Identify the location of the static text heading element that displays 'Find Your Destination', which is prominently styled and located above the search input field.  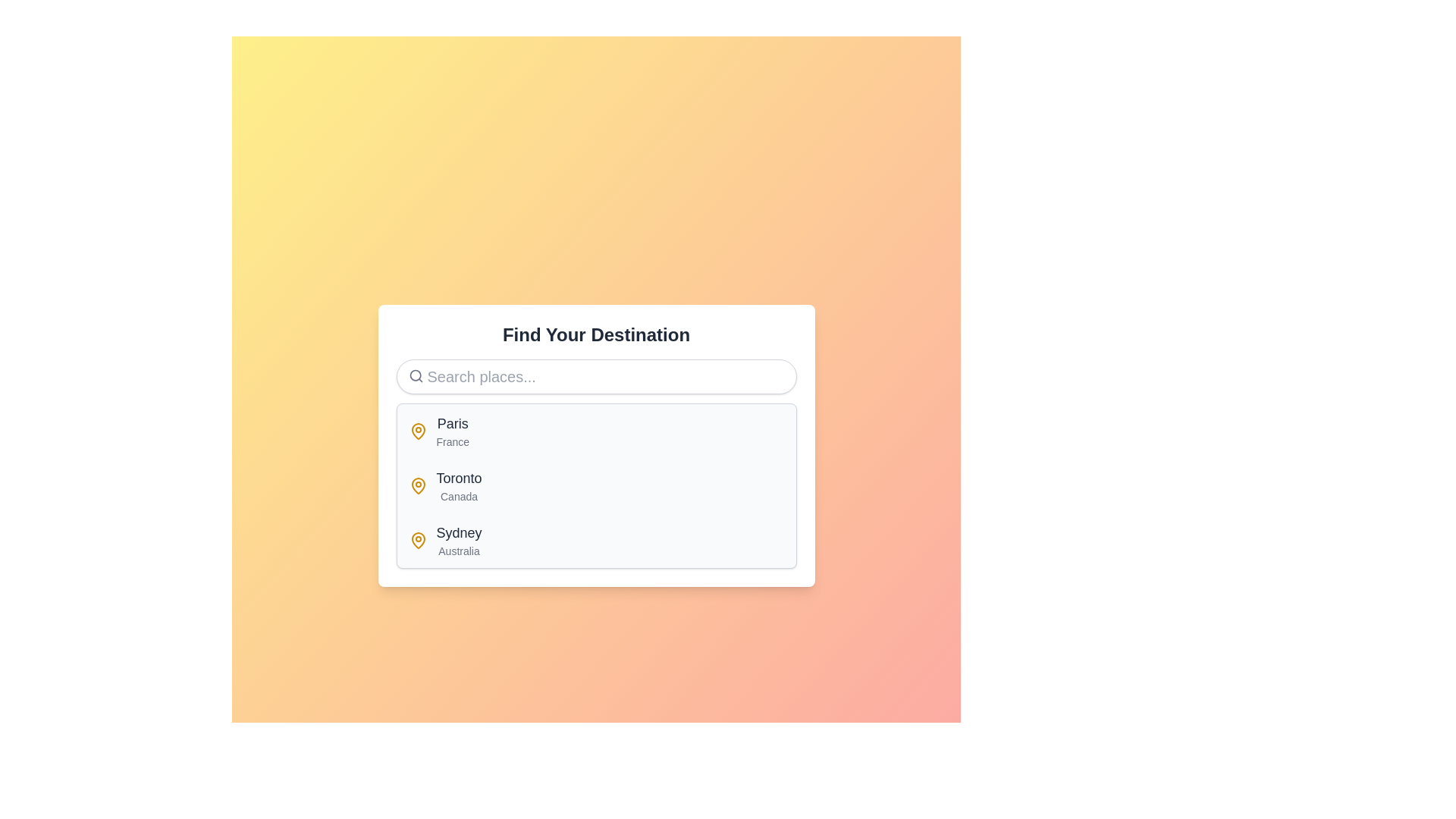
(595, 334).